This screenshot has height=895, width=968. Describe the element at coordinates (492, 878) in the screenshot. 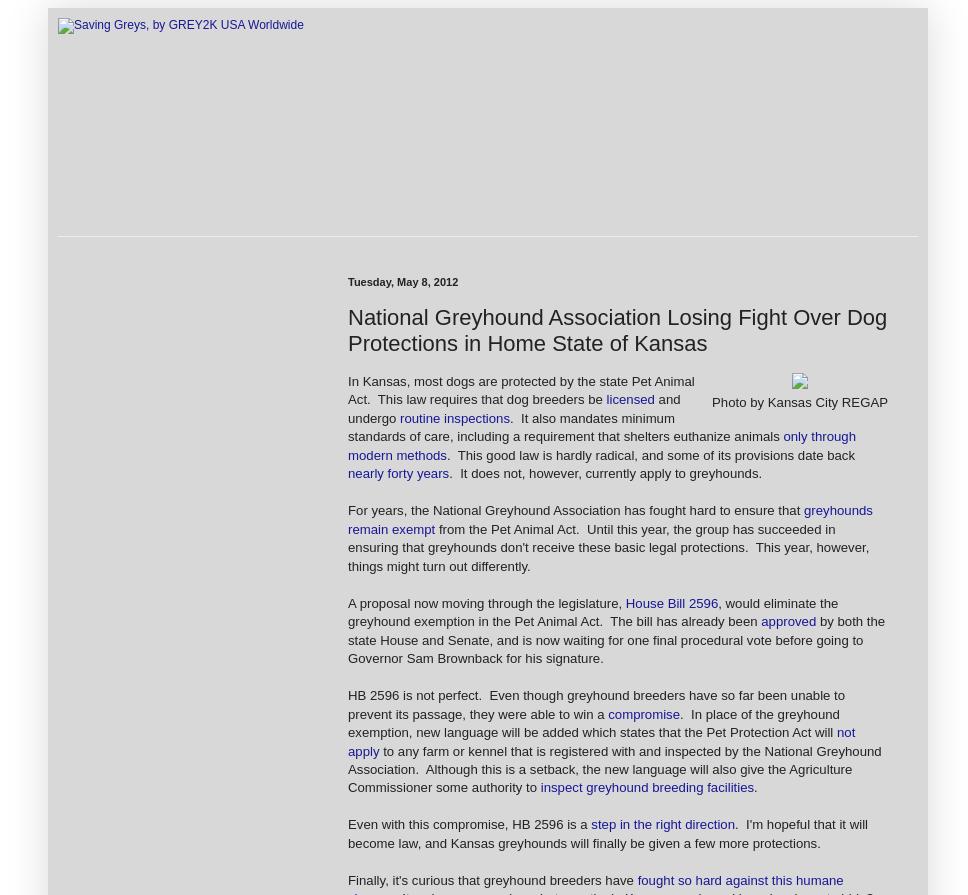

I see `'Finally, it's curious that greyhound breeders have'` at that location.